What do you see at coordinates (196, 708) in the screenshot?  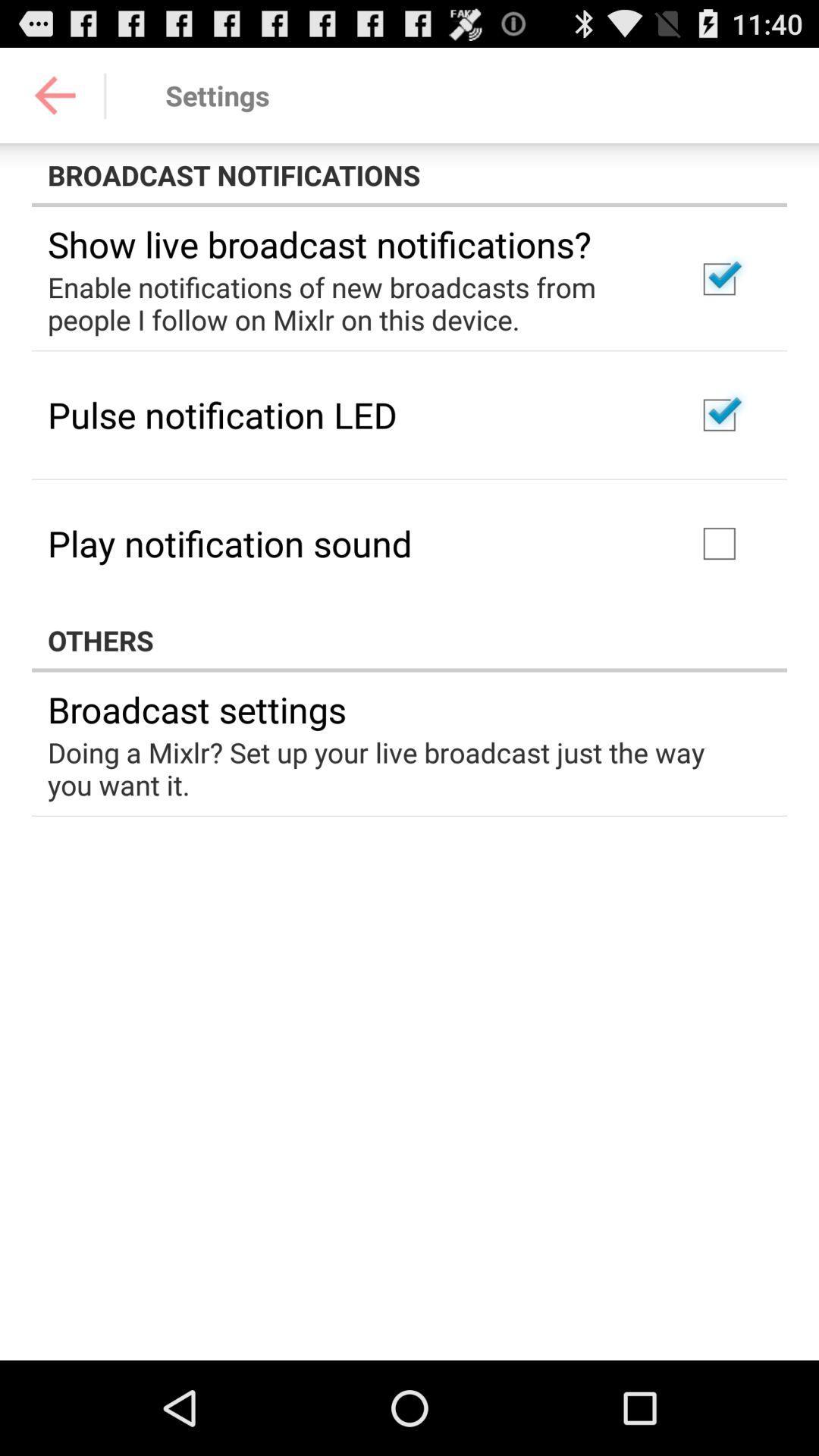 I see `icon below others icon` at bounding box center [196, 708].